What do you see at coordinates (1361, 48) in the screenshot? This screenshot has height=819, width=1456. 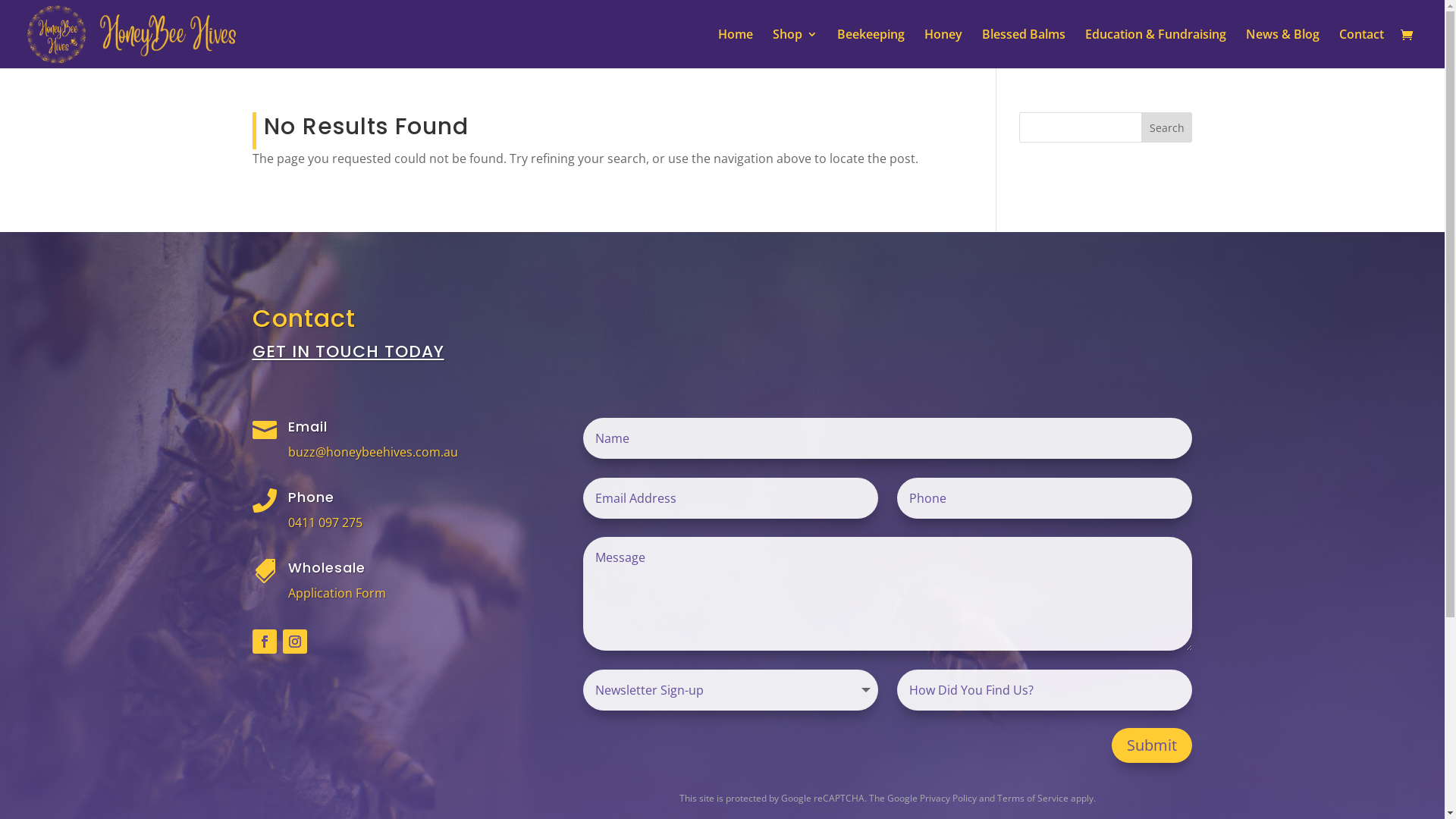 I see `'Contact'` at bounding box center [1361, 48].